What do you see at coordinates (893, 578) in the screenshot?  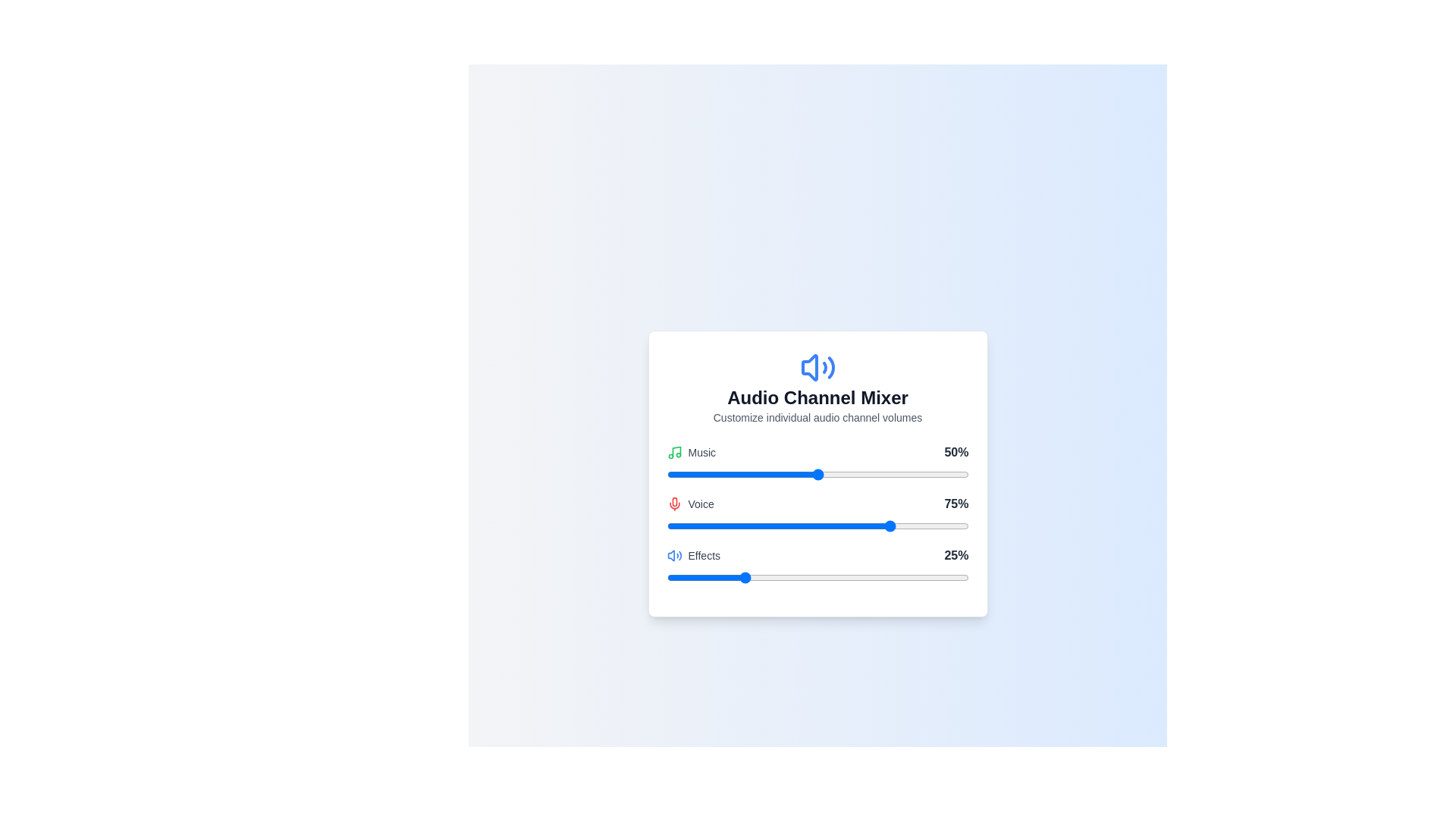 I see `the 'Effects' volume slider` at bounding box center [893, 578].